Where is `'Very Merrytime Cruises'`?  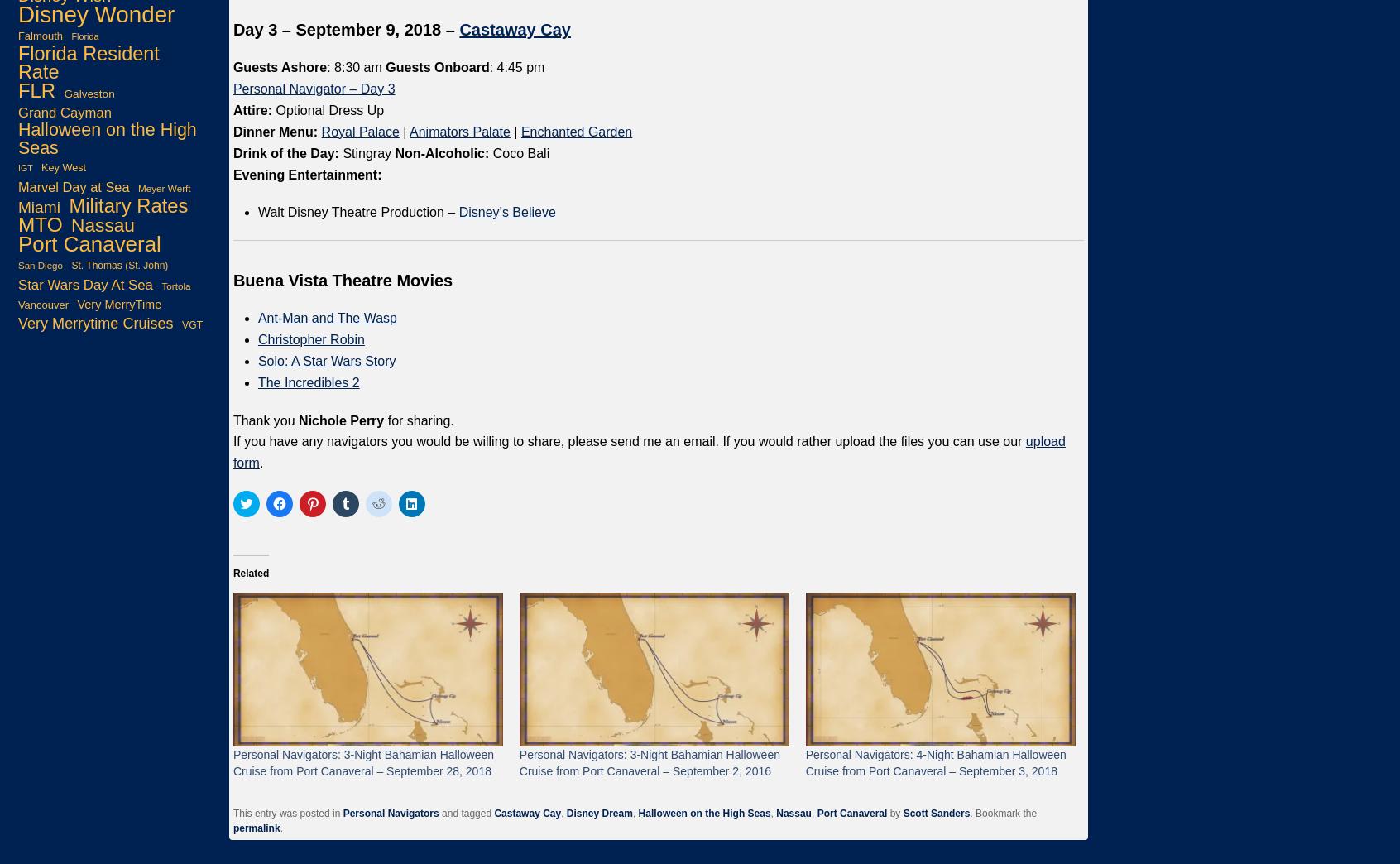 'Very Merrytime Cruises' is located at coordinates (95, 323).